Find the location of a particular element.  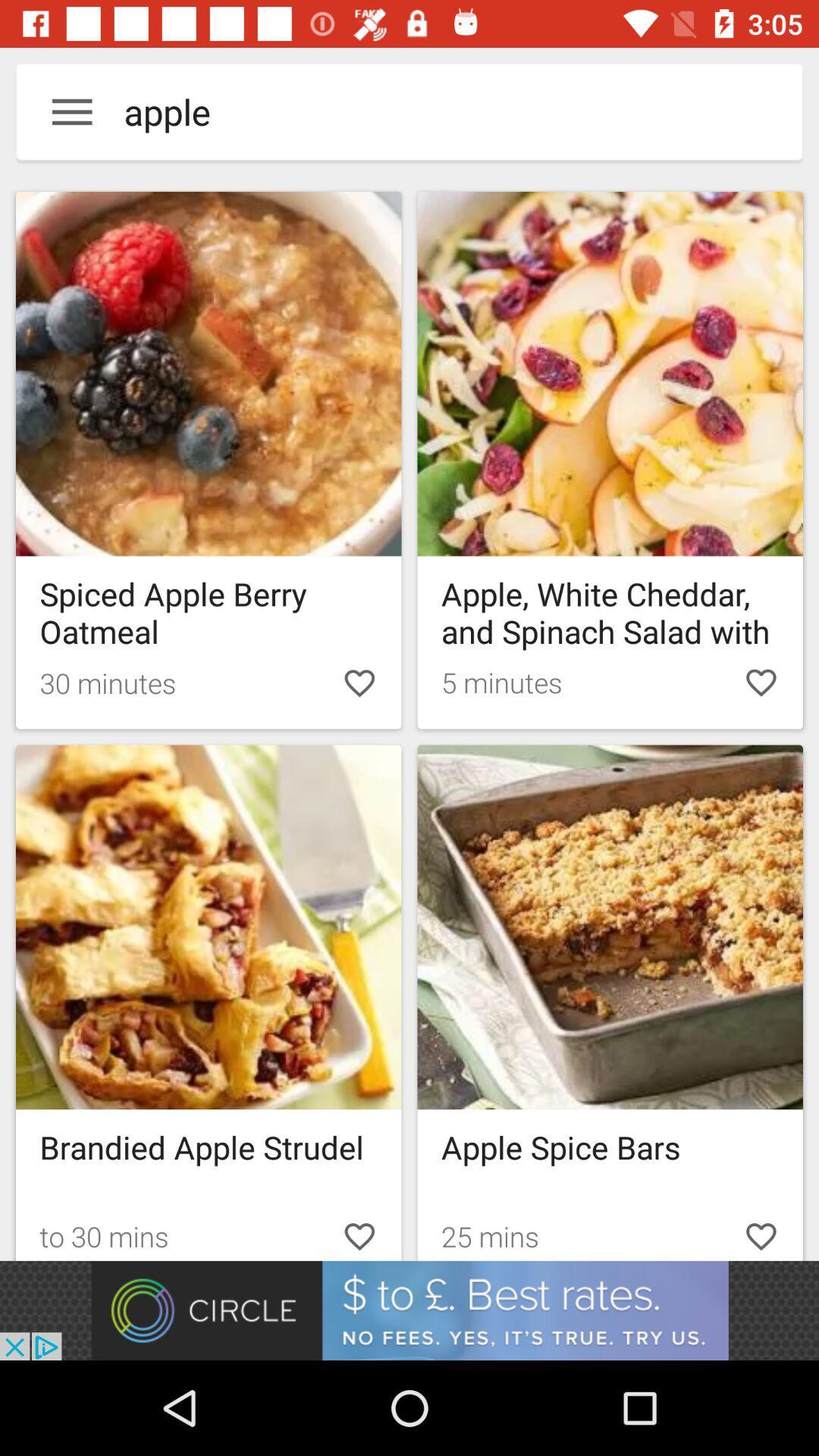

heart icon in third image is located at coordinates (359, 1234).